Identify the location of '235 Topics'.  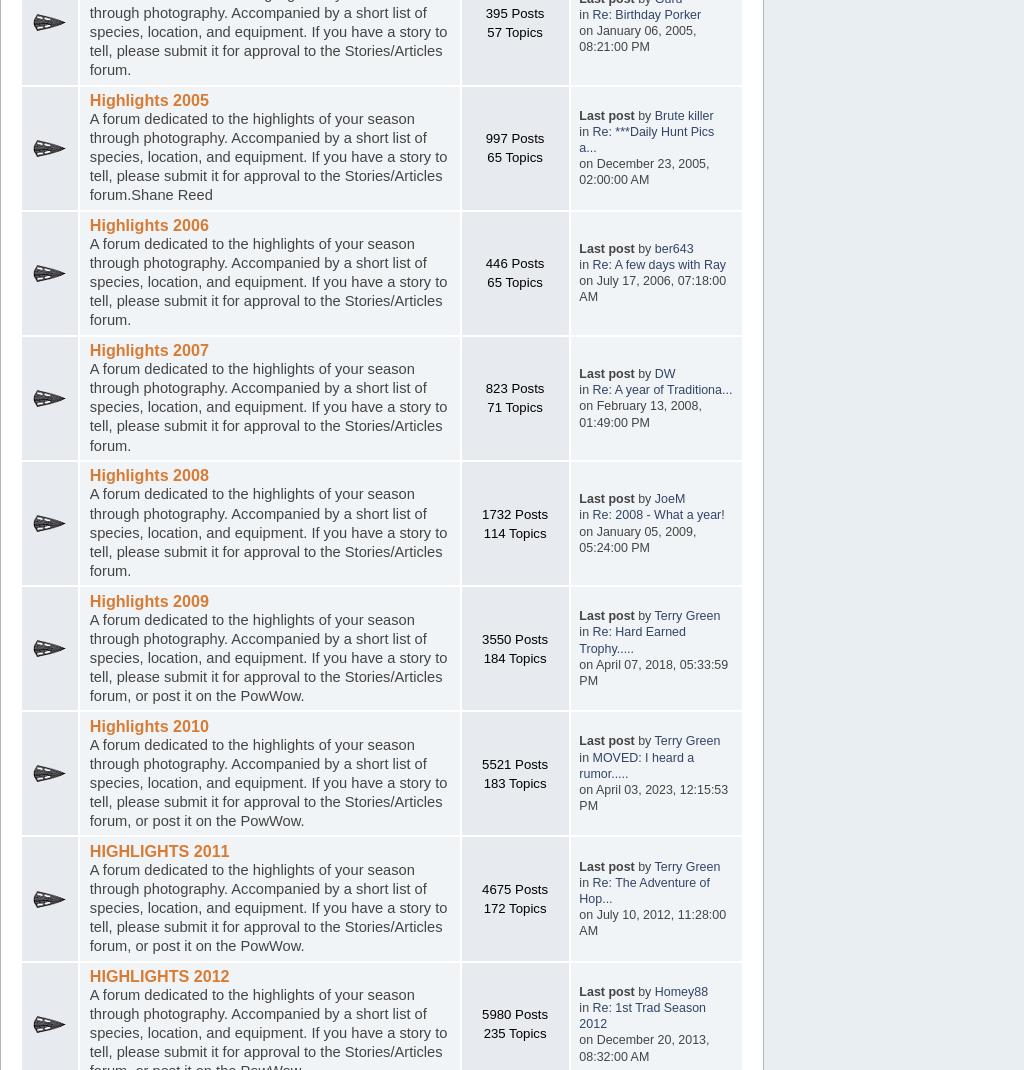
(514, 1033).